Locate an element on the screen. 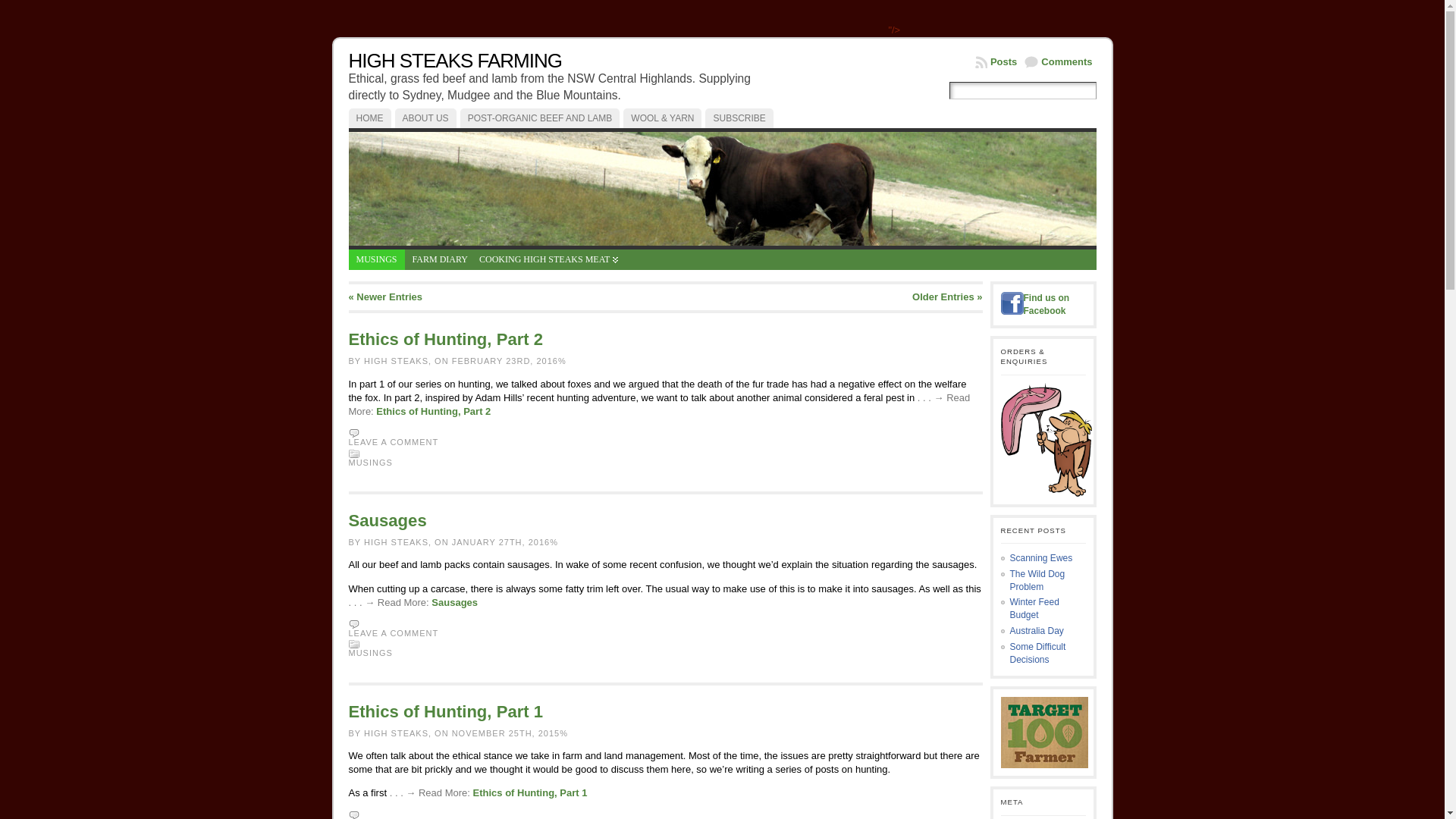 This screenshot has width=1456, height=819. 'Comments' is located at coordinates (1057, 61).